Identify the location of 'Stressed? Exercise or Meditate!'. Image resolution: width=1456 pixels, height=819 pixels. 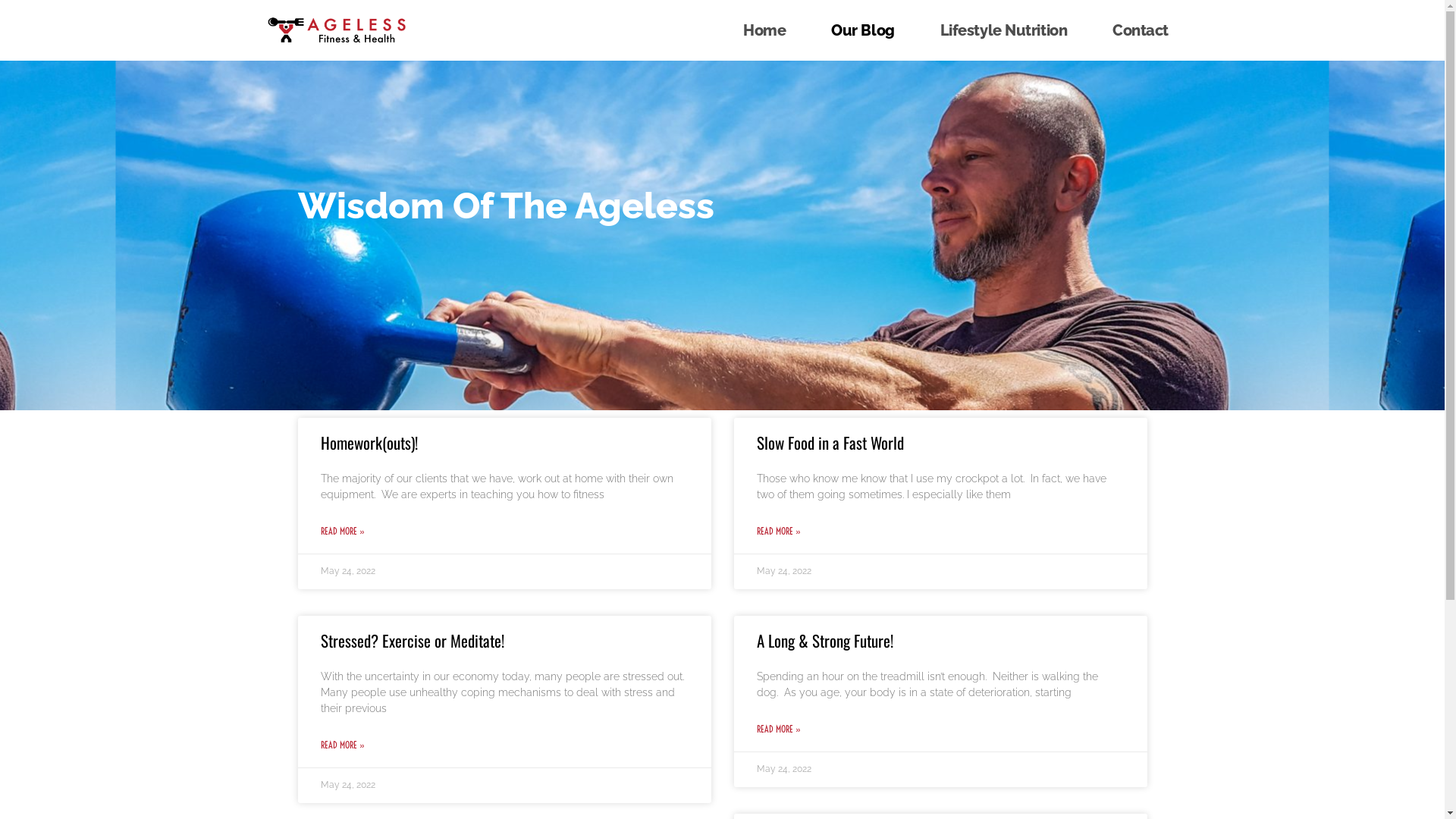
(411, 640).